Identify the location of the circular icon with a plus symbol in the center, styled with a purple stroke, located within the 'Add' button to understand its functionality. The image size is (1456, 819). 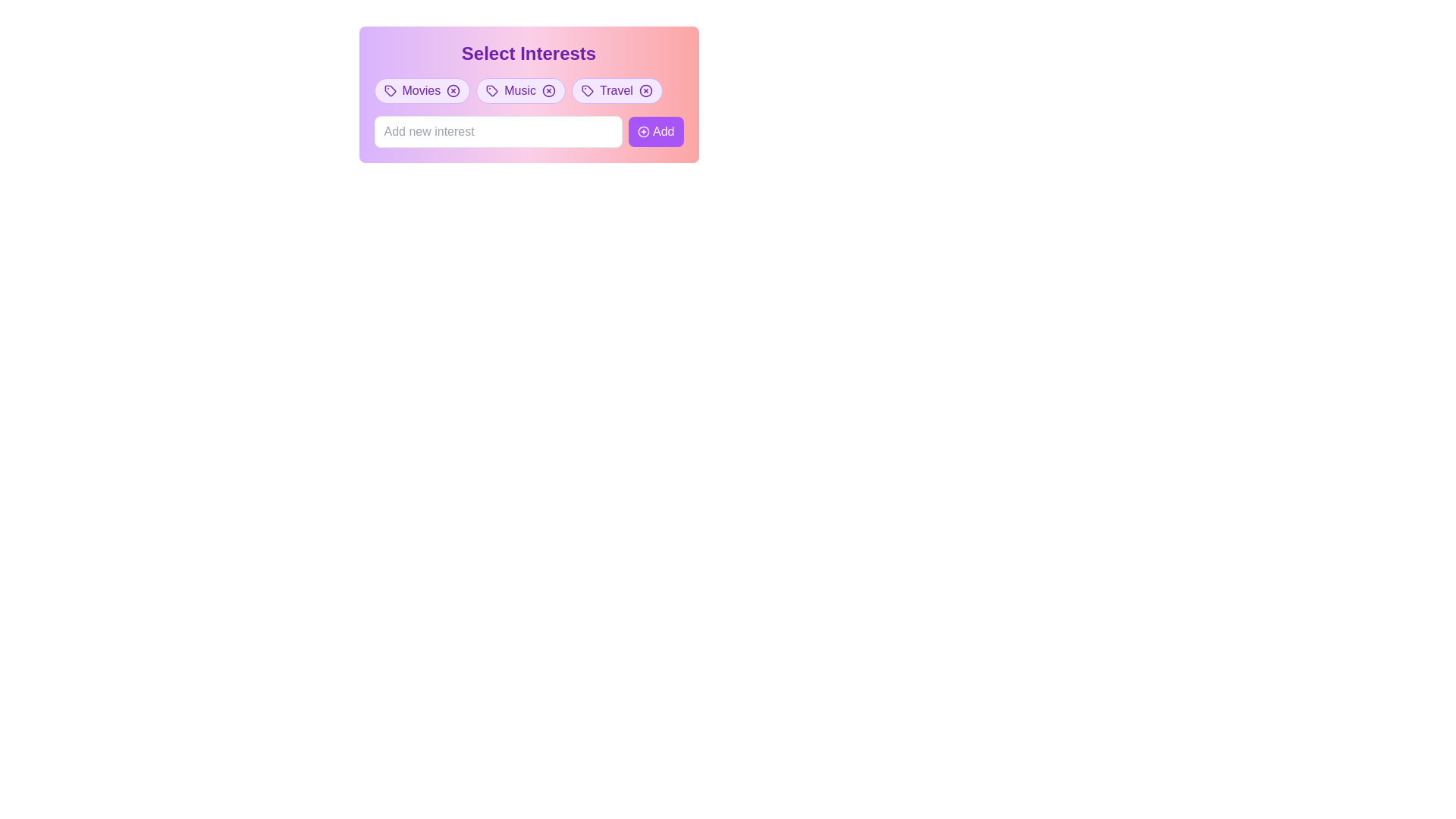
(644, 130).